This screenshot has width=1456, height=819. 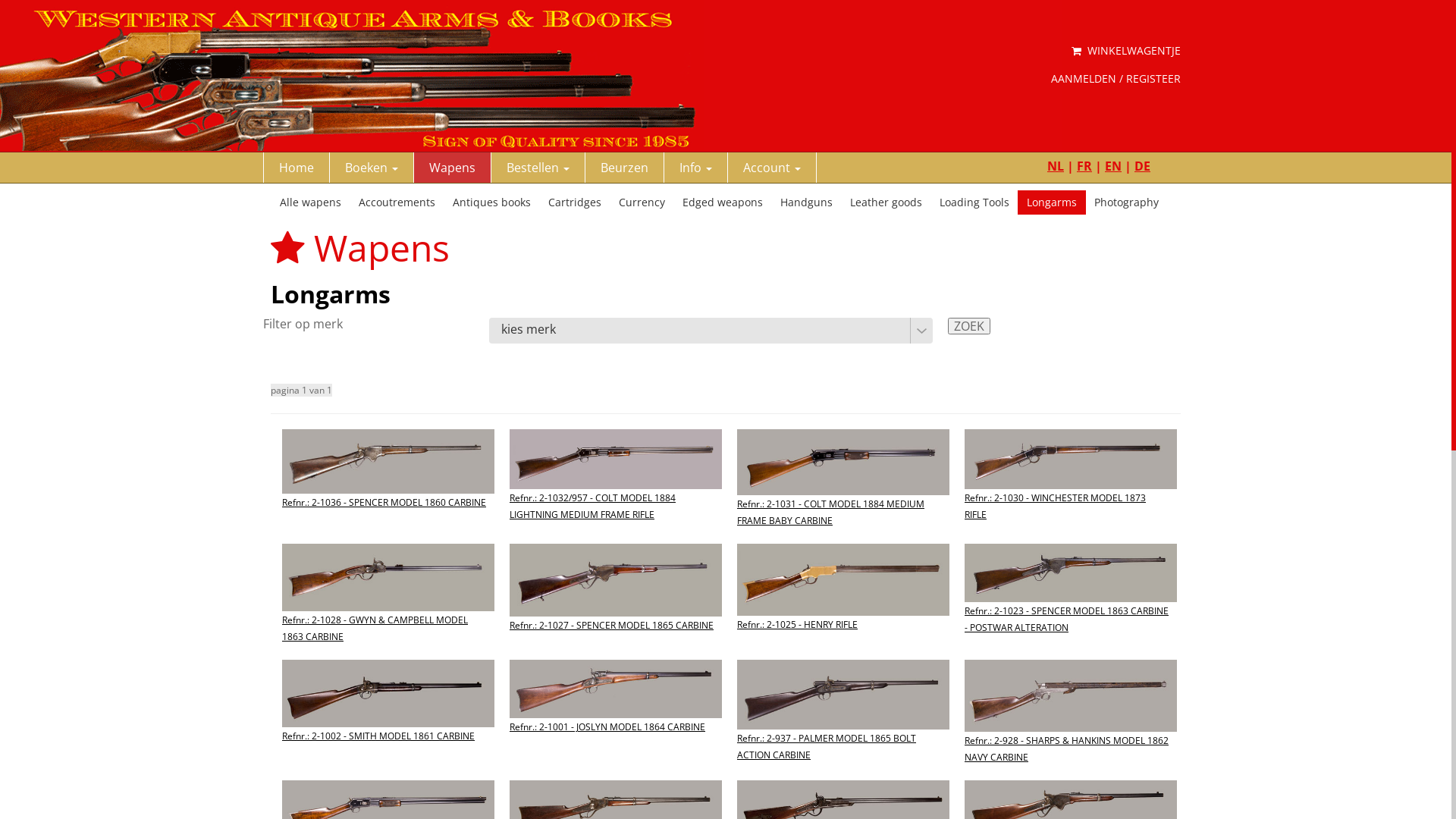 What do you see at coordinates (388, 604) in the screenshot?
I see `'Refnr.: 2-1028 - GWYN & CAMPBELL MODEL 1863 CARBINE'` at bounding box center [388, 604].